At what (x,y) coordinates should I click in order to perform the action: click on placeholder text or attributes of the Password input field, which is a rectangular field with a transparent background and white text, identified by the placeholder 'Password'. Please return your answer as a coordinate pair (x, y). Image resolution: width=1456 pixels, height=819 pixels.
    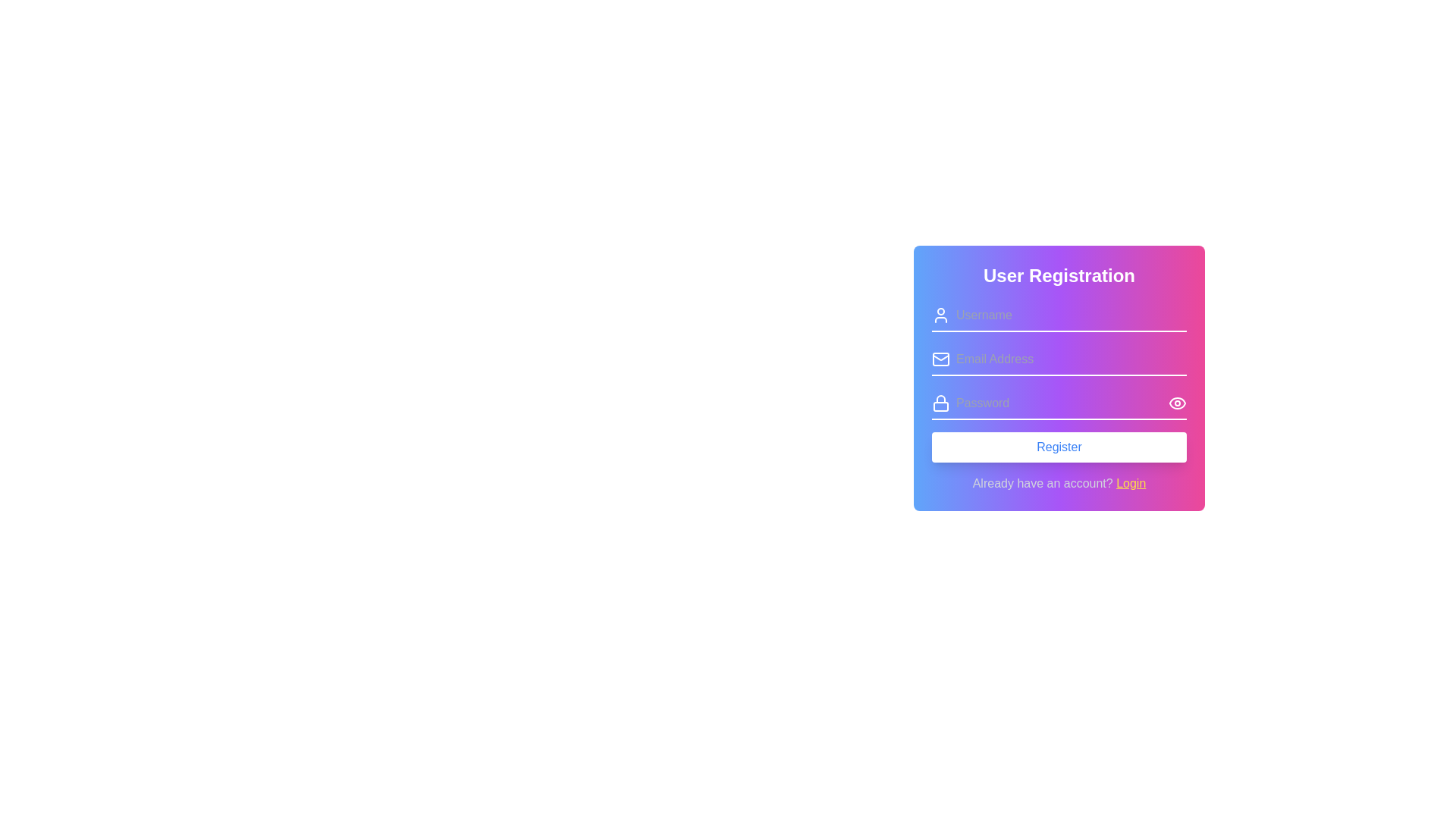
    Looking at the image, I should click on (1058, 403).